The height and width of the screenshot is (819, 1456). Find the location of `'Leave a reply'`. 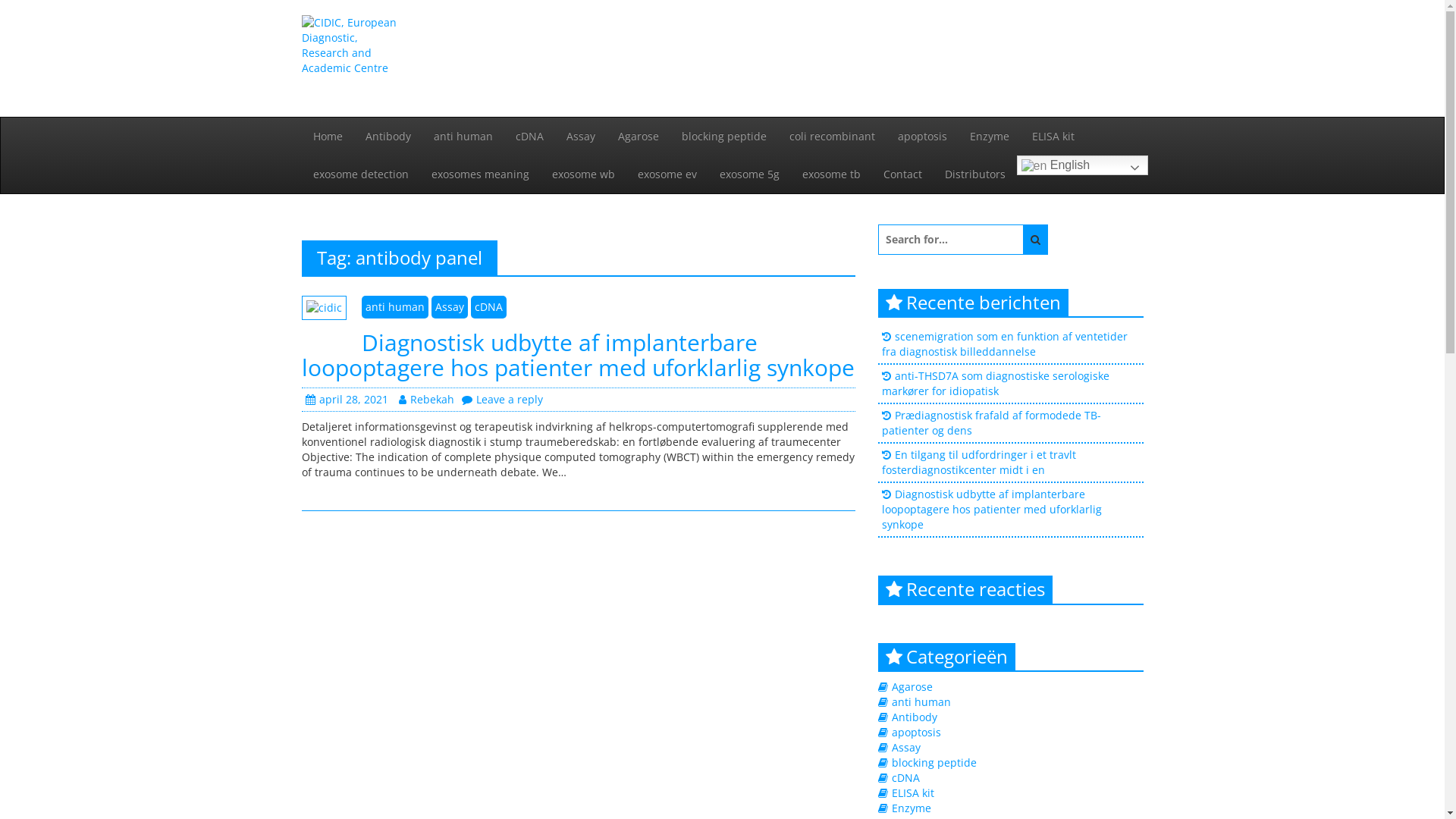

'Leave a reply' is located at coordinates (460, 398).